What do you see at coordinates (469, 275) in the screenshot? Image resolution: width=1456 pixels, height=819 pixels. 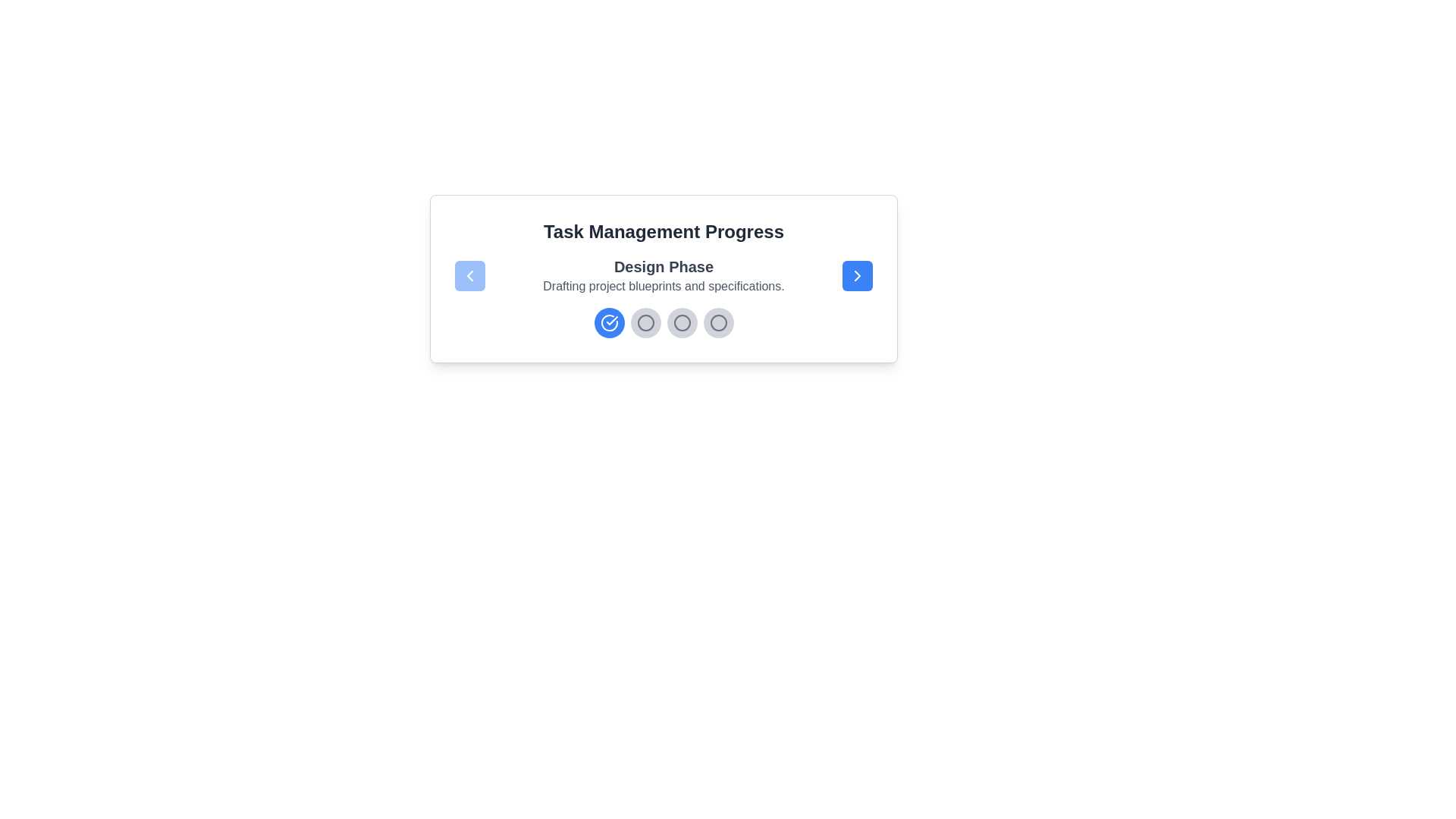 I see `the left navigation button to move to the previous step` at bounding box center [469, 275].